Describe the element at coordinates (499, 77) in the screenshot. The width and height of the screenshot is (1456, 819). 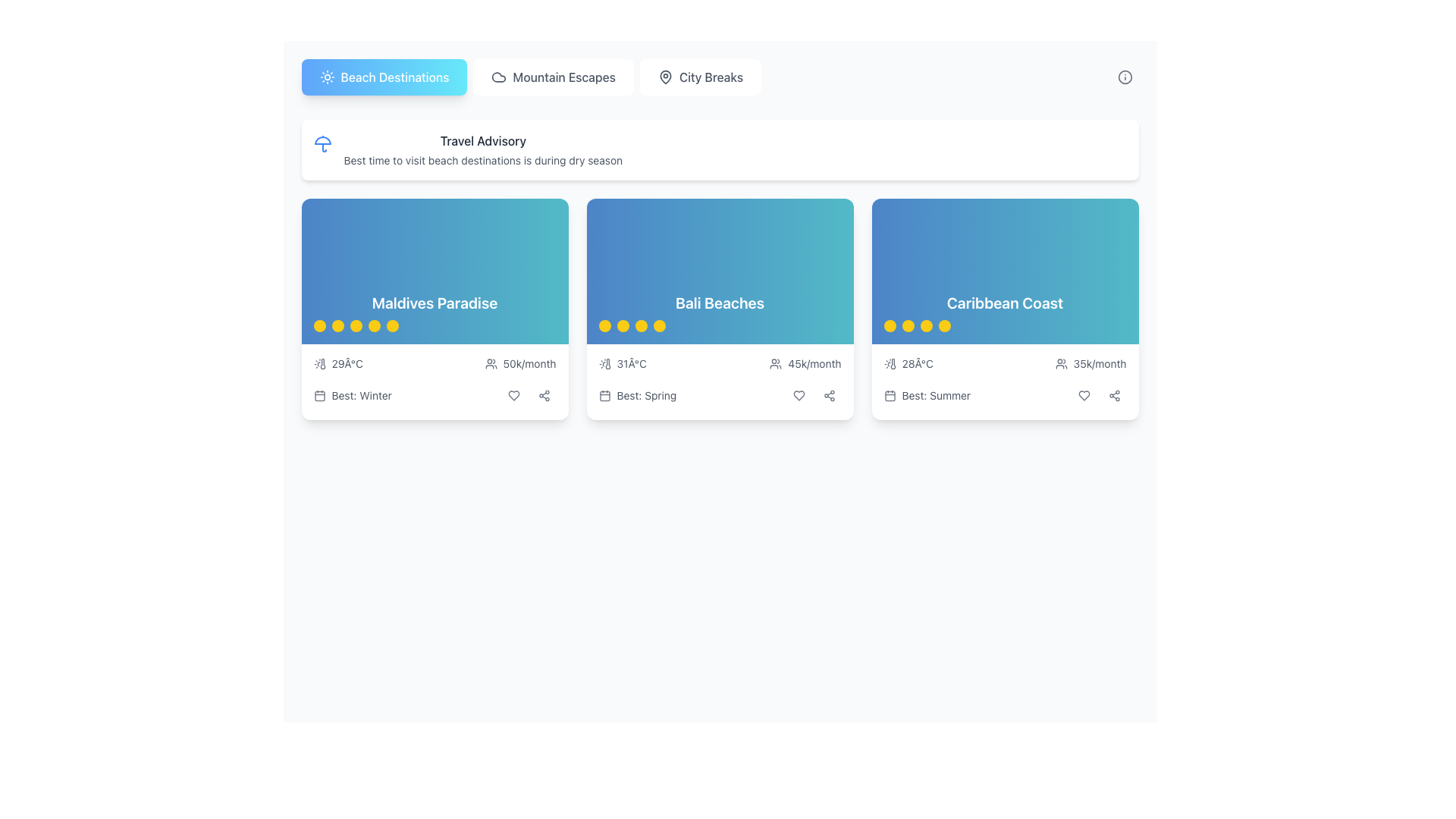
I see `the cloud icon located within the 'Mountain Escapes' button to reference the button for further actions` at that location.